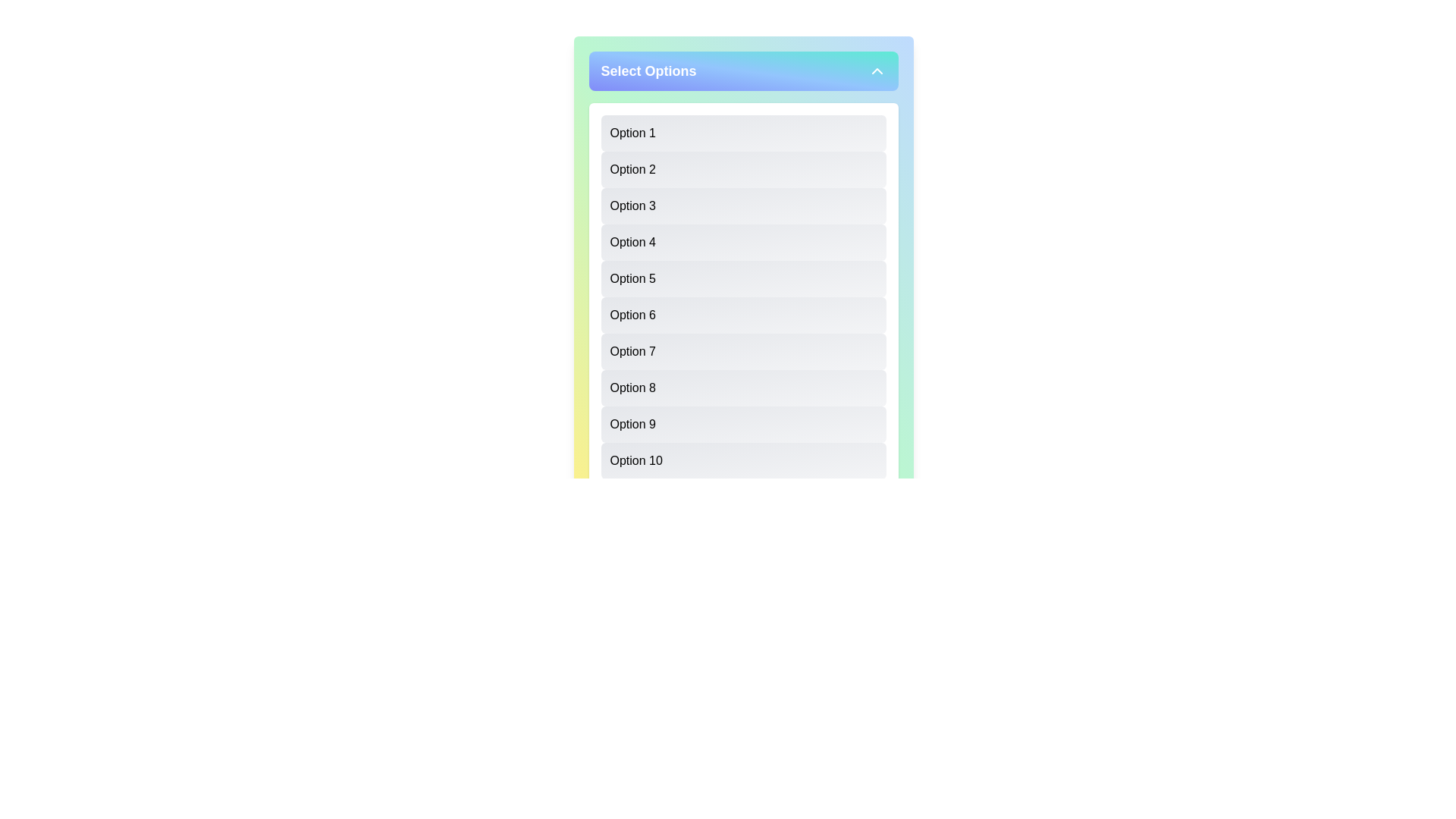 Image resolution: width=1456 pixels, height=819 pixels. What do you see at coordinates (632, 169) in the screenshot?
I see `the text label 'Option 2' within the light gray list box in the dropdown panel titled 'Select Options'` at bounding box center [632, 169].